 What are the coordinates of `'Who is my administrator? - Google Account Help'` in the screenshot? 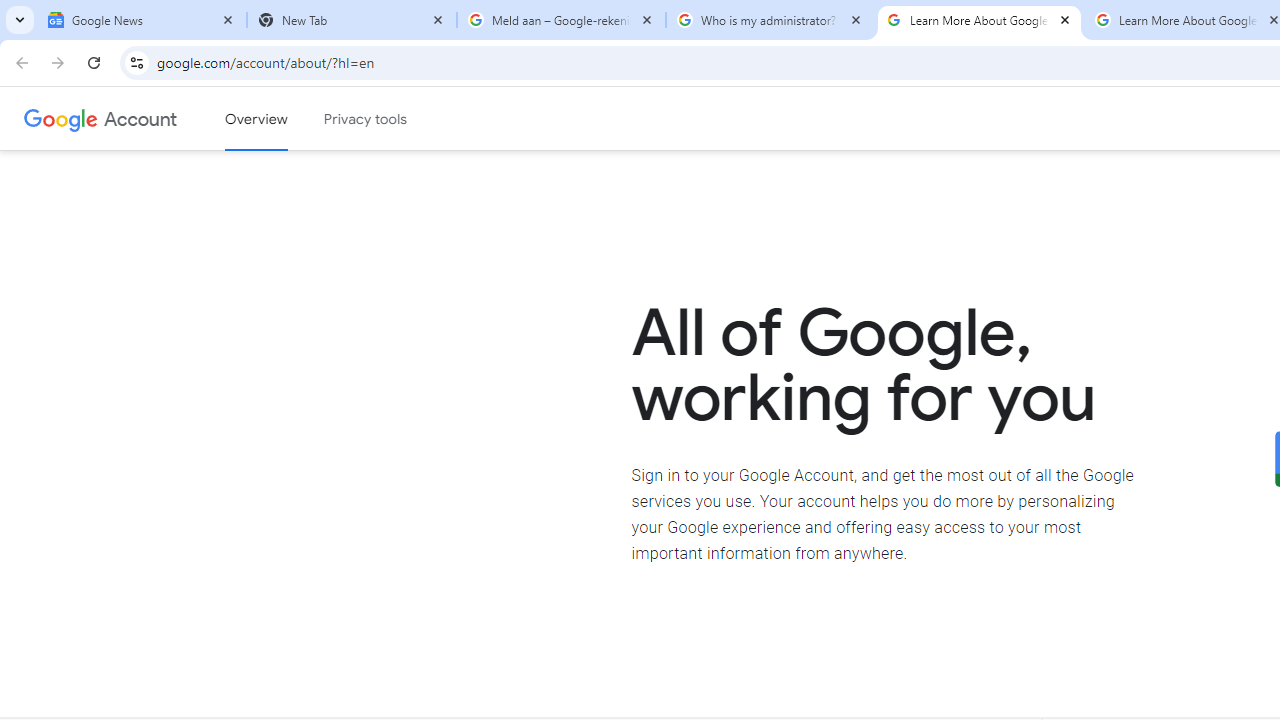 It's located at (769, 20).